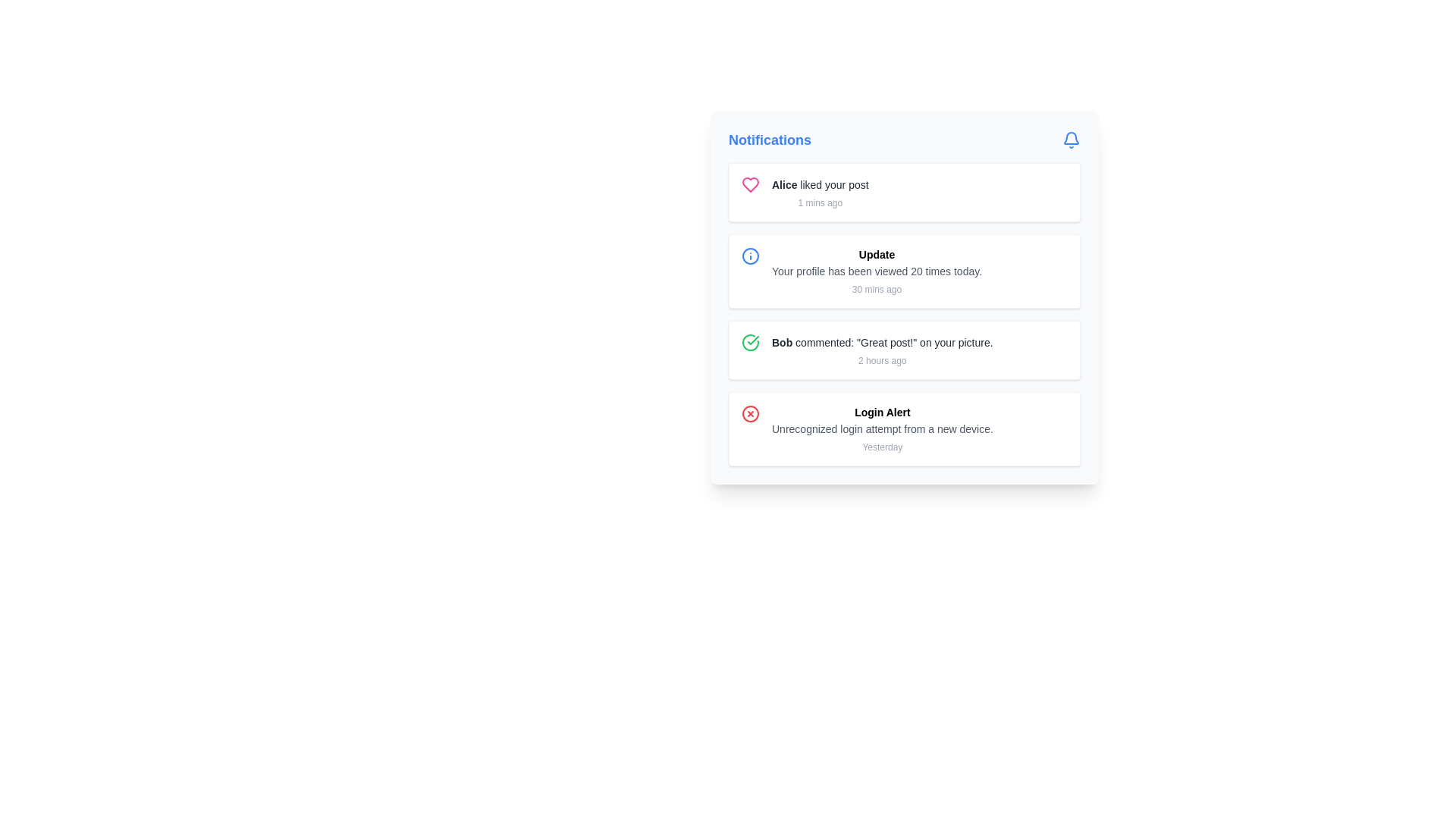  I want to click on the notification item that informs the user about recent profile views, located in the middle of the notification panel, specifically the second item in the list, so click(877, 271).